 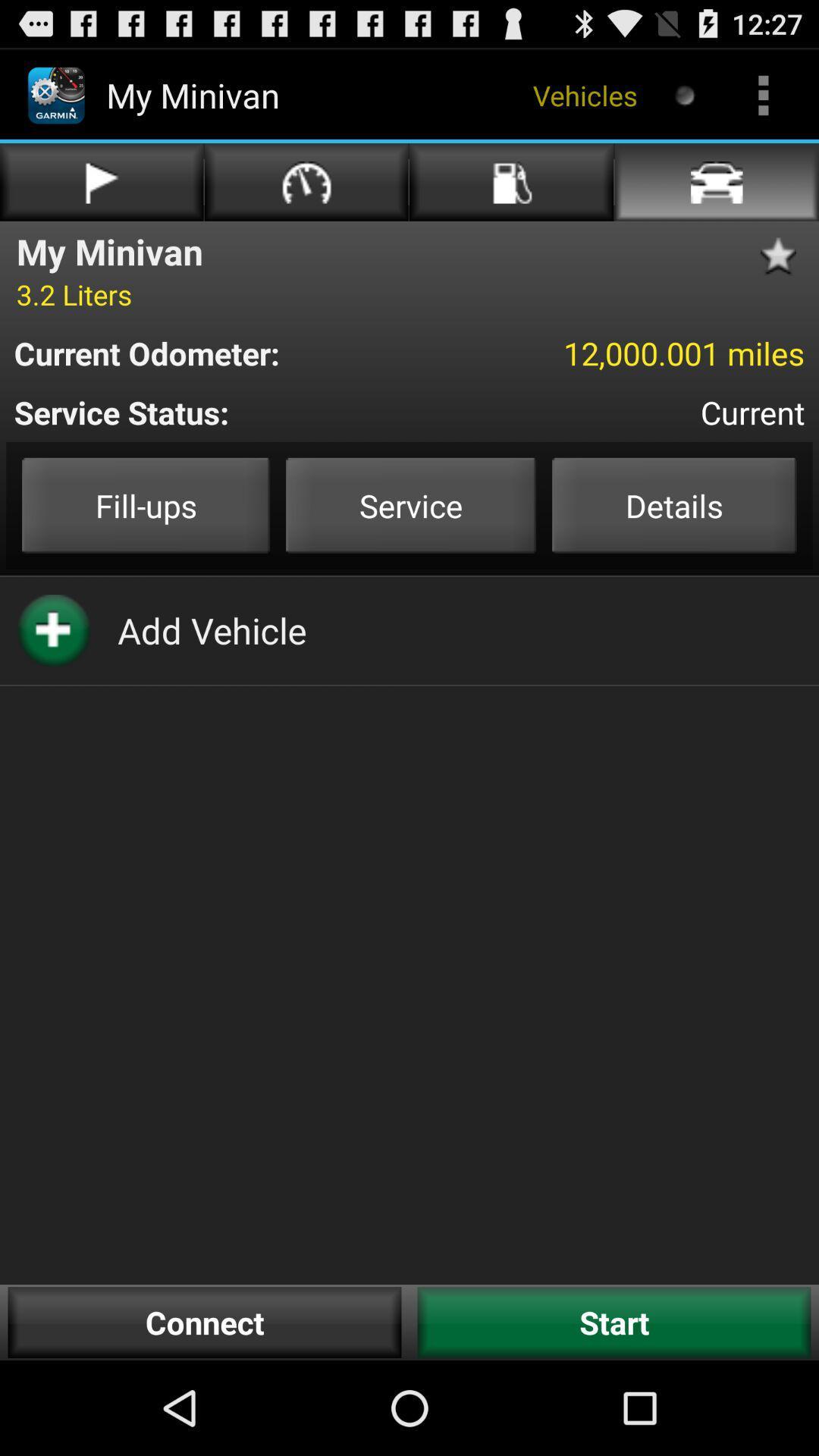 What do you see at coordinates (55, 94) in the screenshot?
I see `the logo on the top left corner of the web page` at bounding box center [55, 94].